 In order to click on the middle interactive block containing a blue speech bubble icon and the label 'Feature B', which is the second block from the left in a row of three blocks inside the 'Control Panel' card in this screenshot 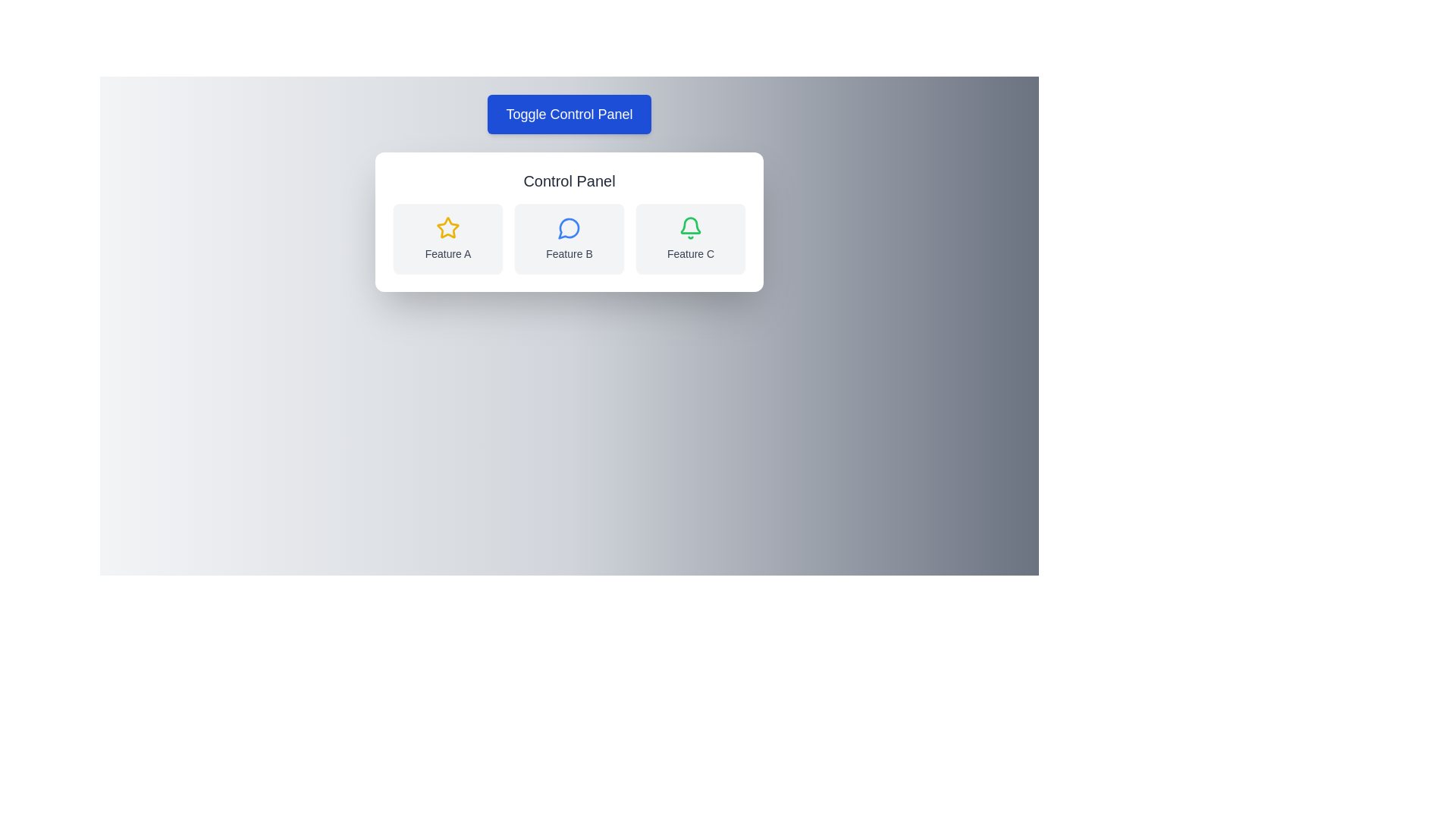, I will do `click(568, 239)`.